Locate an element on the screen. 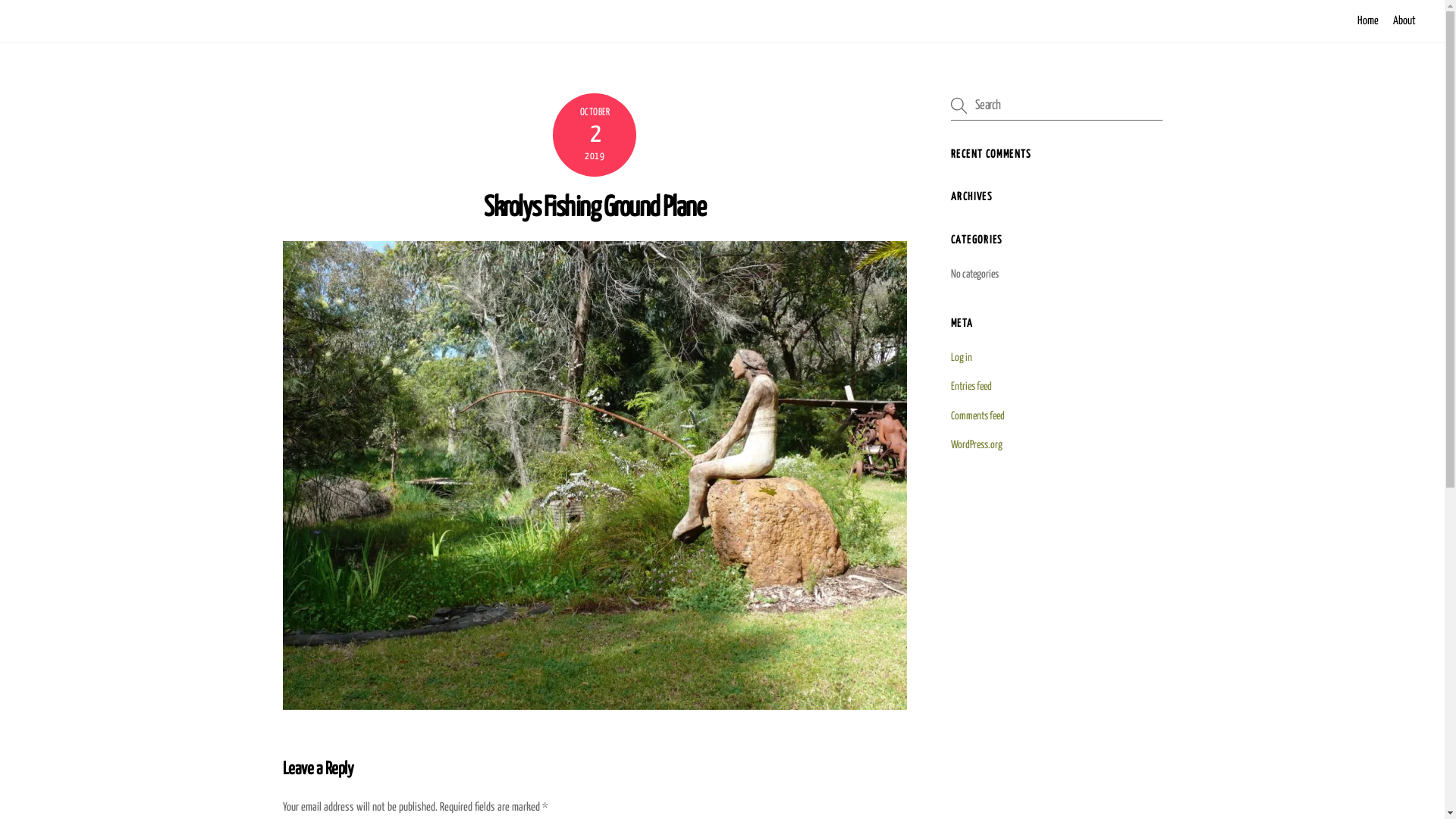 The width and height of the screenshot is (1456, 819). 'Home' is located at coordinates (1368, 20).